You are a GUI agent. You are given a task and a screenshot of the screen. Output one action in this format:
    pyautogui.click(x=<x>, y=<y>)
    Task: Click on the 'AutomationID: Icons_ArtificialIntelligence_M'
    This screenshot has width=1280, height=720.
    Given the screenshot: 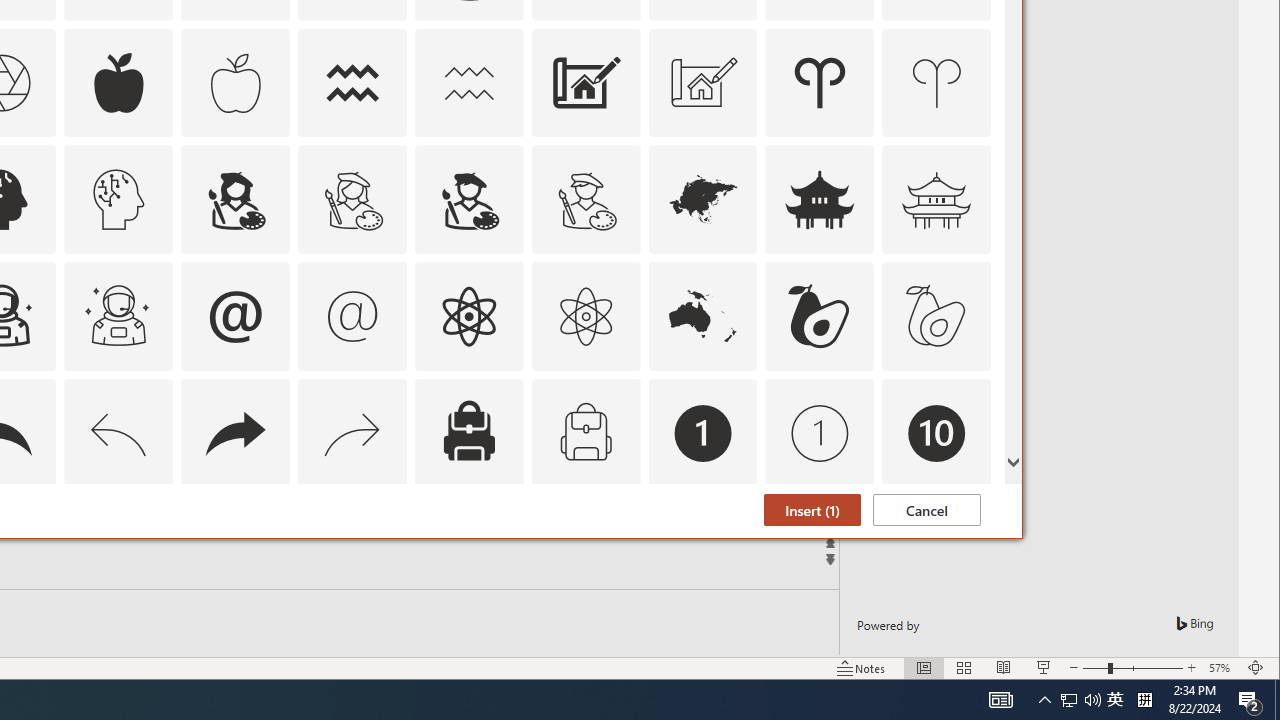 What is the action you would take?
    pyautogui.click(x=118, y=200)
    